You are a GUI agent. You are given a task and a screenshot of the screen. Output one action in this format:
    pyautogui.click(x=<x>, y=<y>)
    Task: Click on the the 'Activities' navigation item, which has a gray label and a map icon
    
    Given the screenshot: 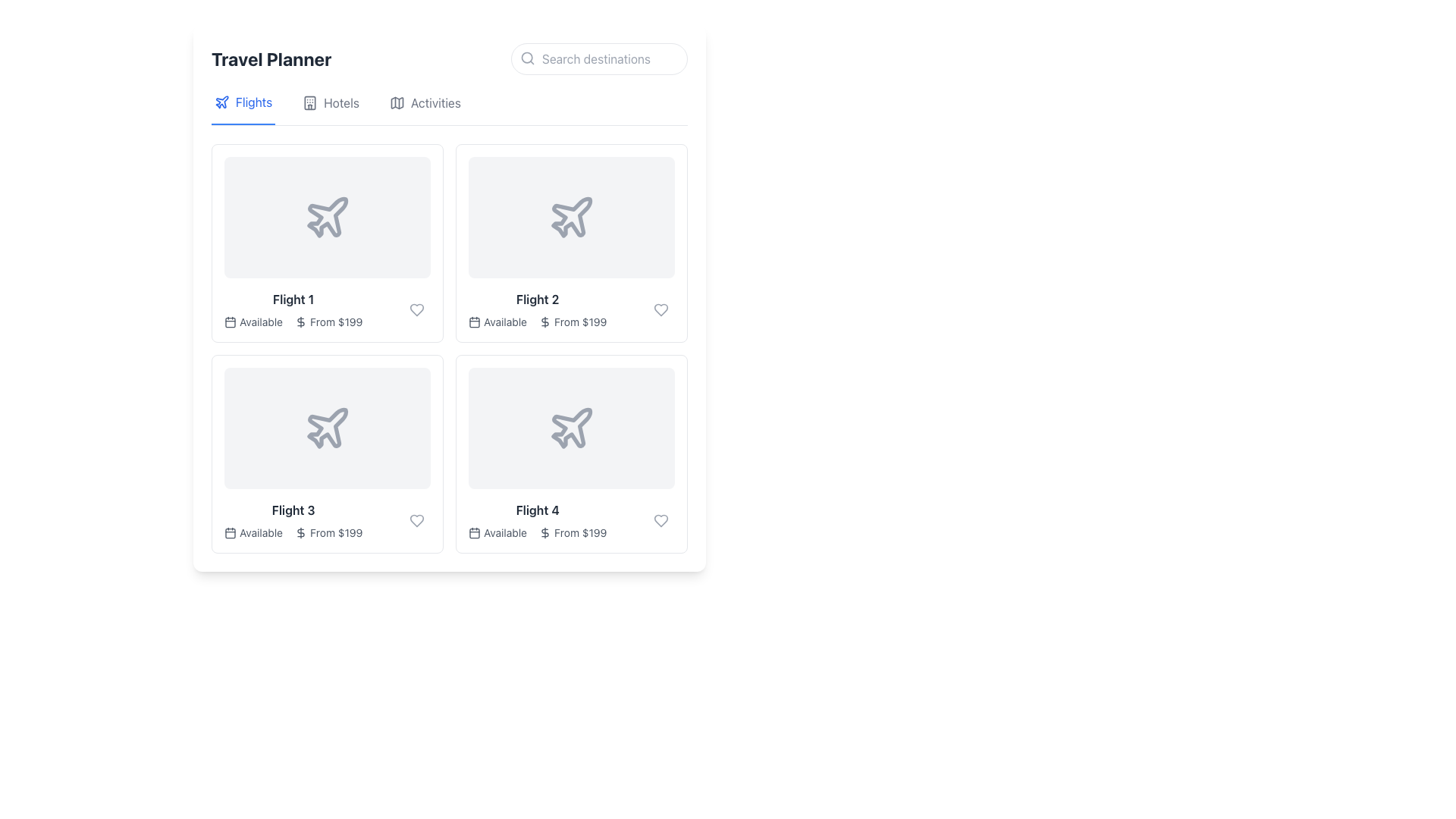 What is the action you would take?
    pyautogui.click(x=425, y=108)
    